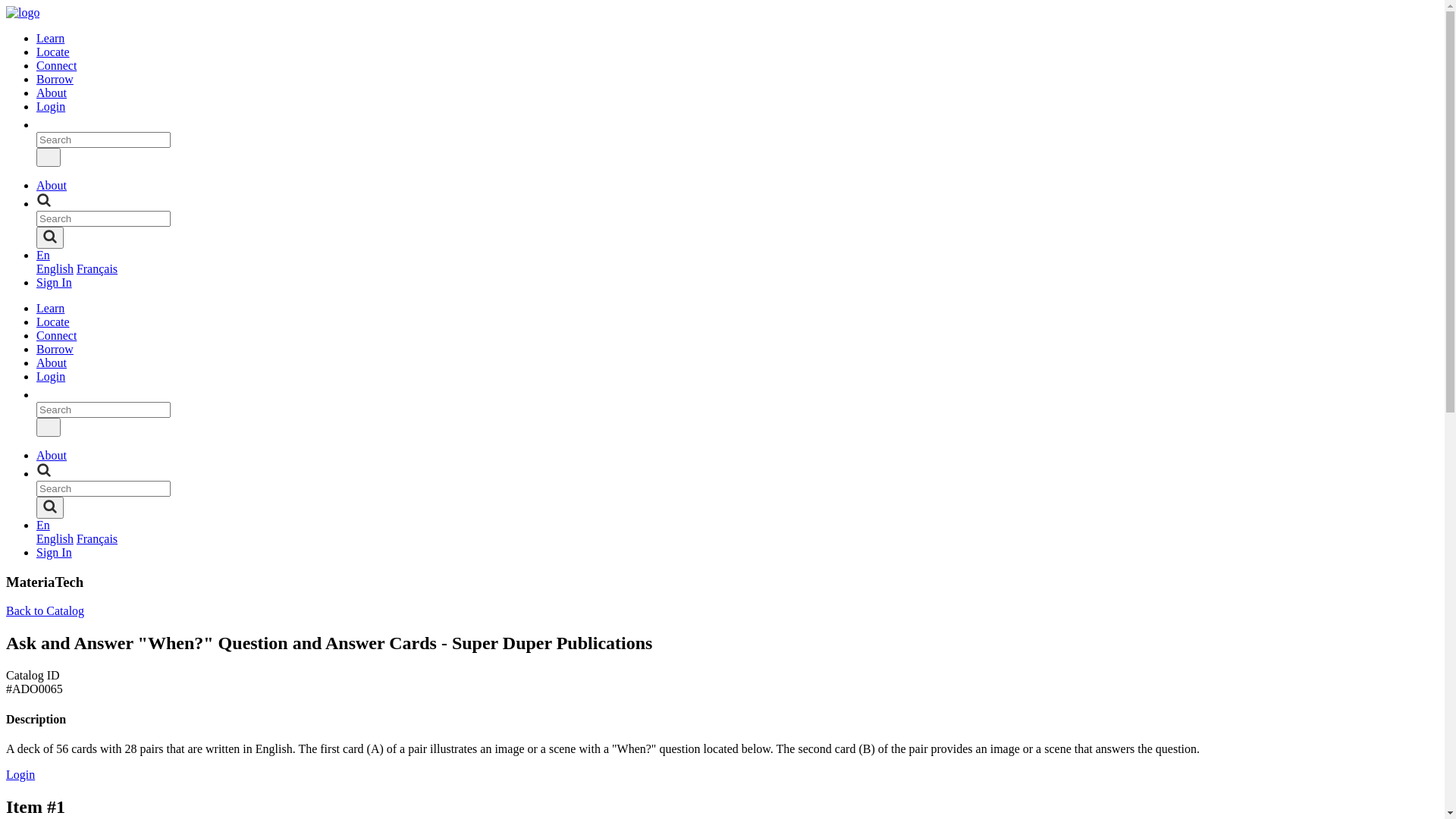 The image size is (1456, 819). Describe the element at coordinates (36, 105) in the screenshot. I see `'Login'` at that location.